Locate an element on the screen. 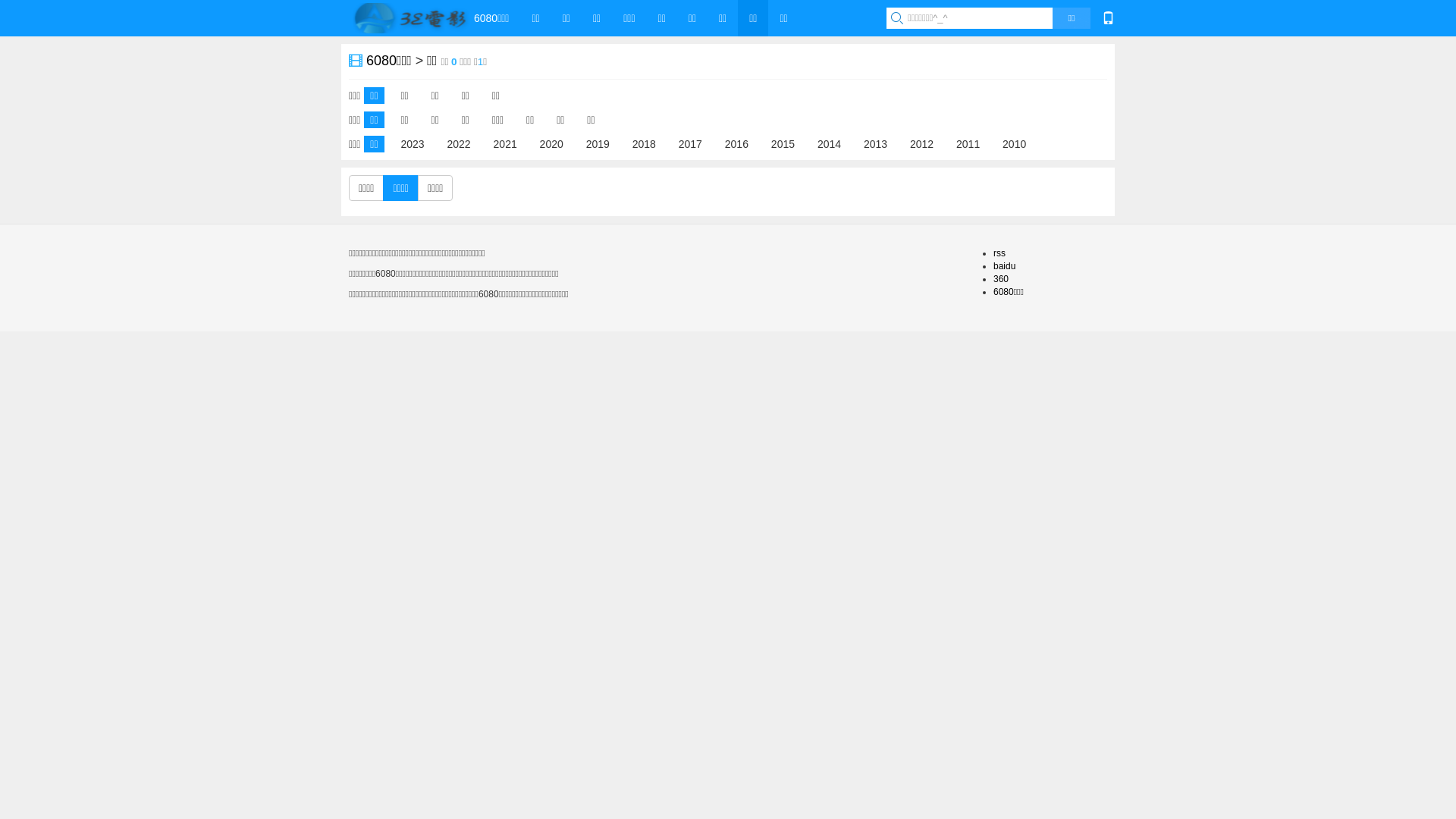 The height and width of the screenshot is (819, 1456). '2013' is located at coordinates (875, 143).